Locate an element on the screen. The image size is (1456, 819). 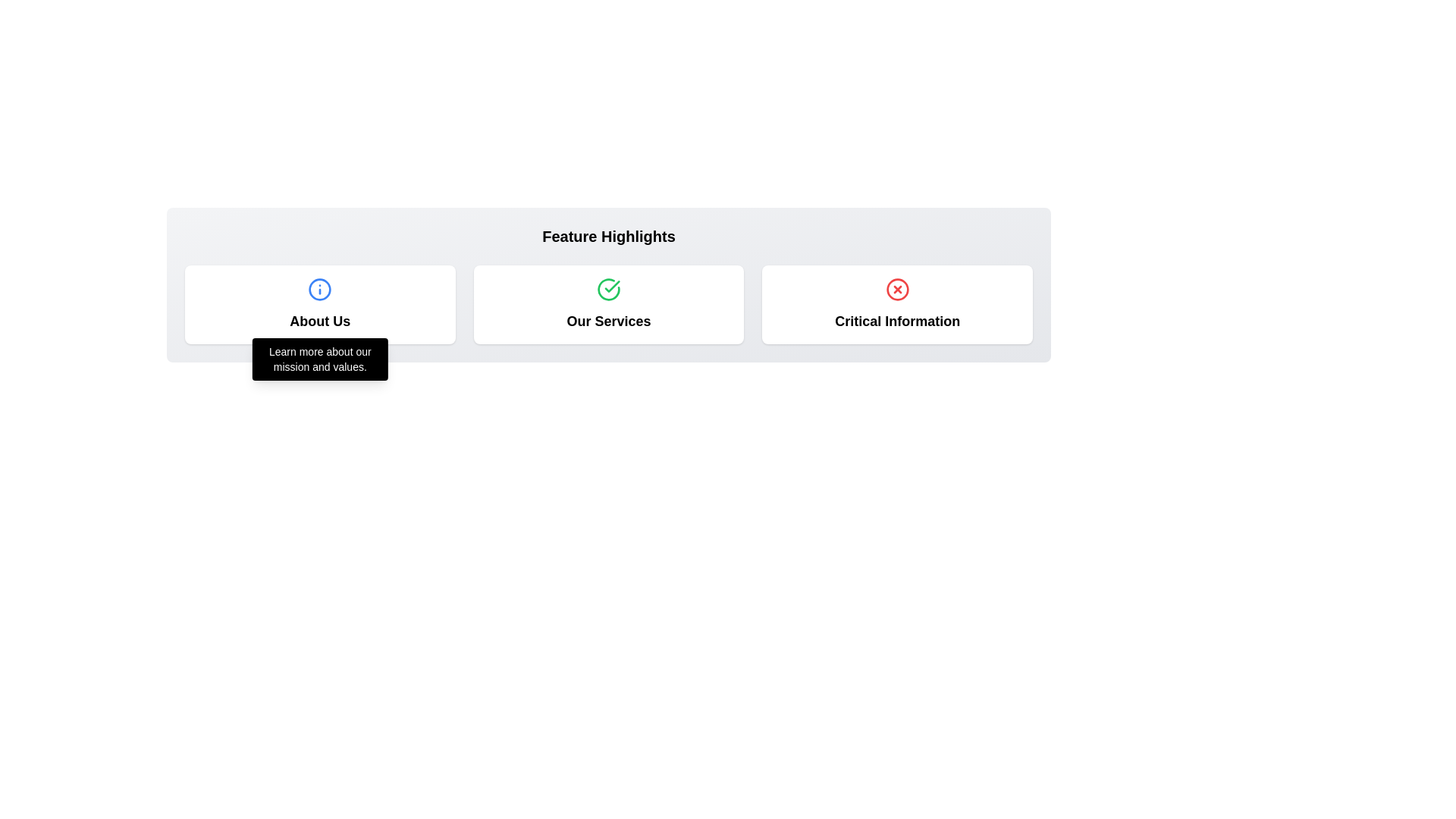
the text label that serves as the header for the card, positioned at the top-center of the box above the secondary information blocks is located at coordinates (608, 237).